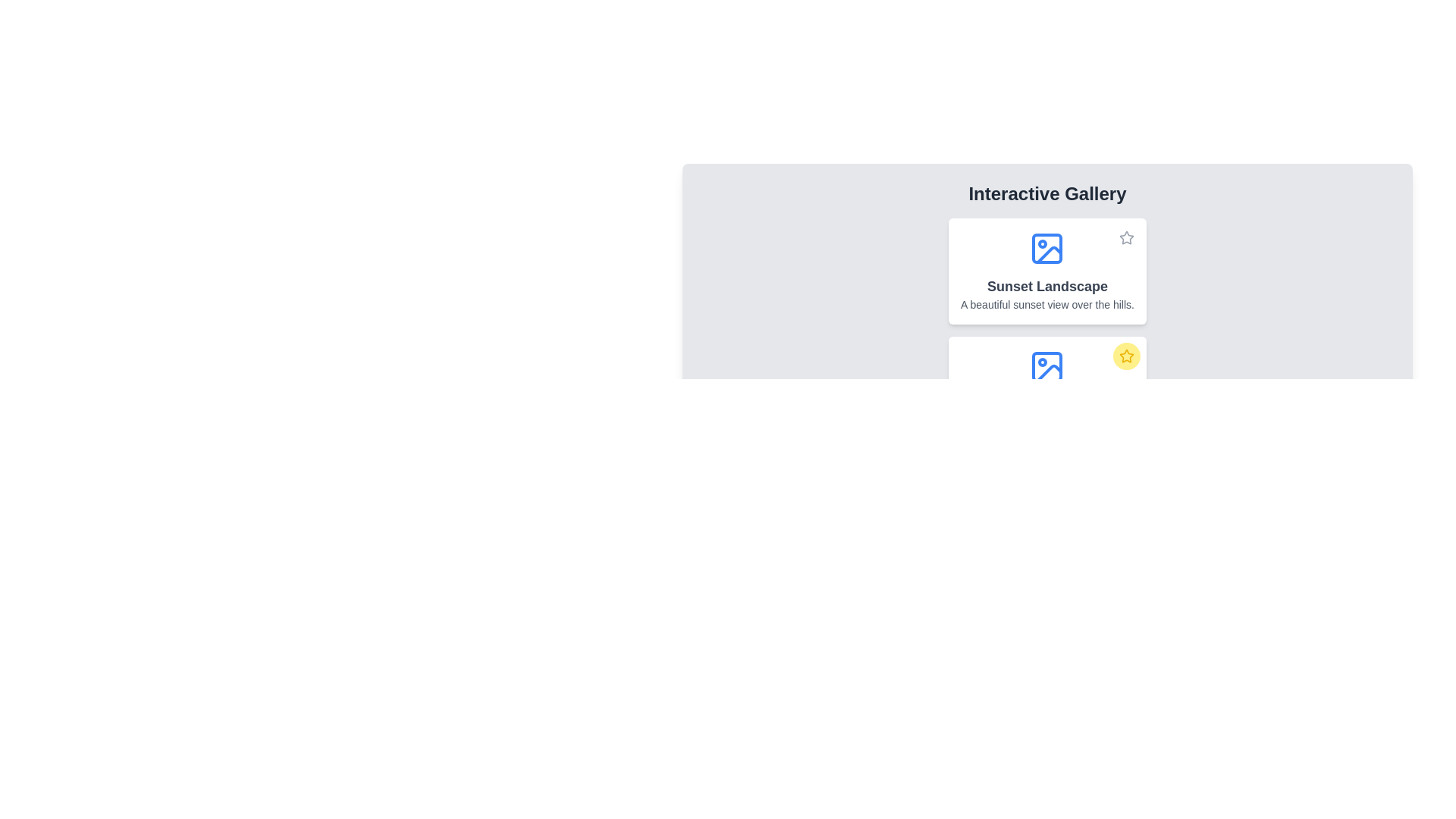 The image size is (1456, 819). I want to click on the 'favorite' icon in the upper-right corner of the card, so click(1126, 356).